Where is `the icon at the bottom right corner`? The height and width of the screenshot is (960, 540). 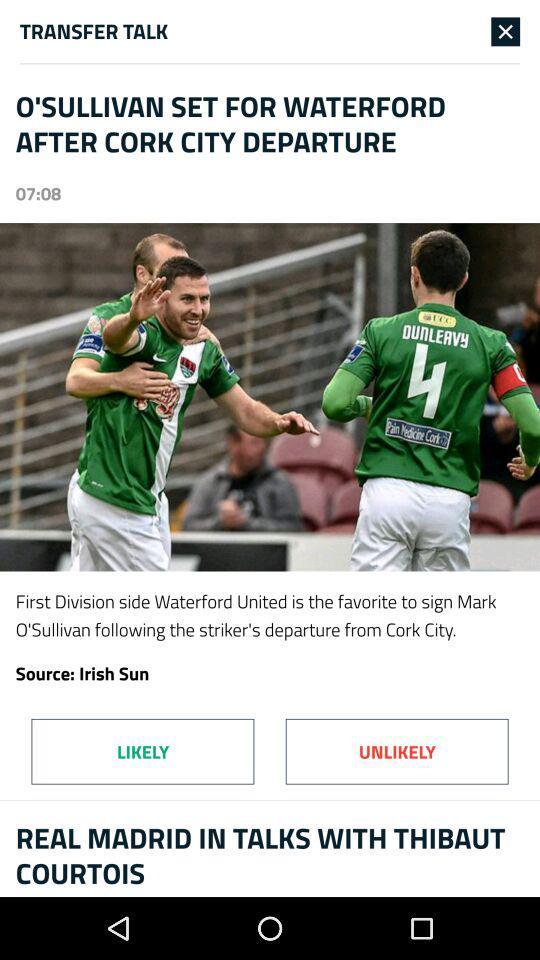 the icon at the bottom right corner is located at coordinates (397, 750).